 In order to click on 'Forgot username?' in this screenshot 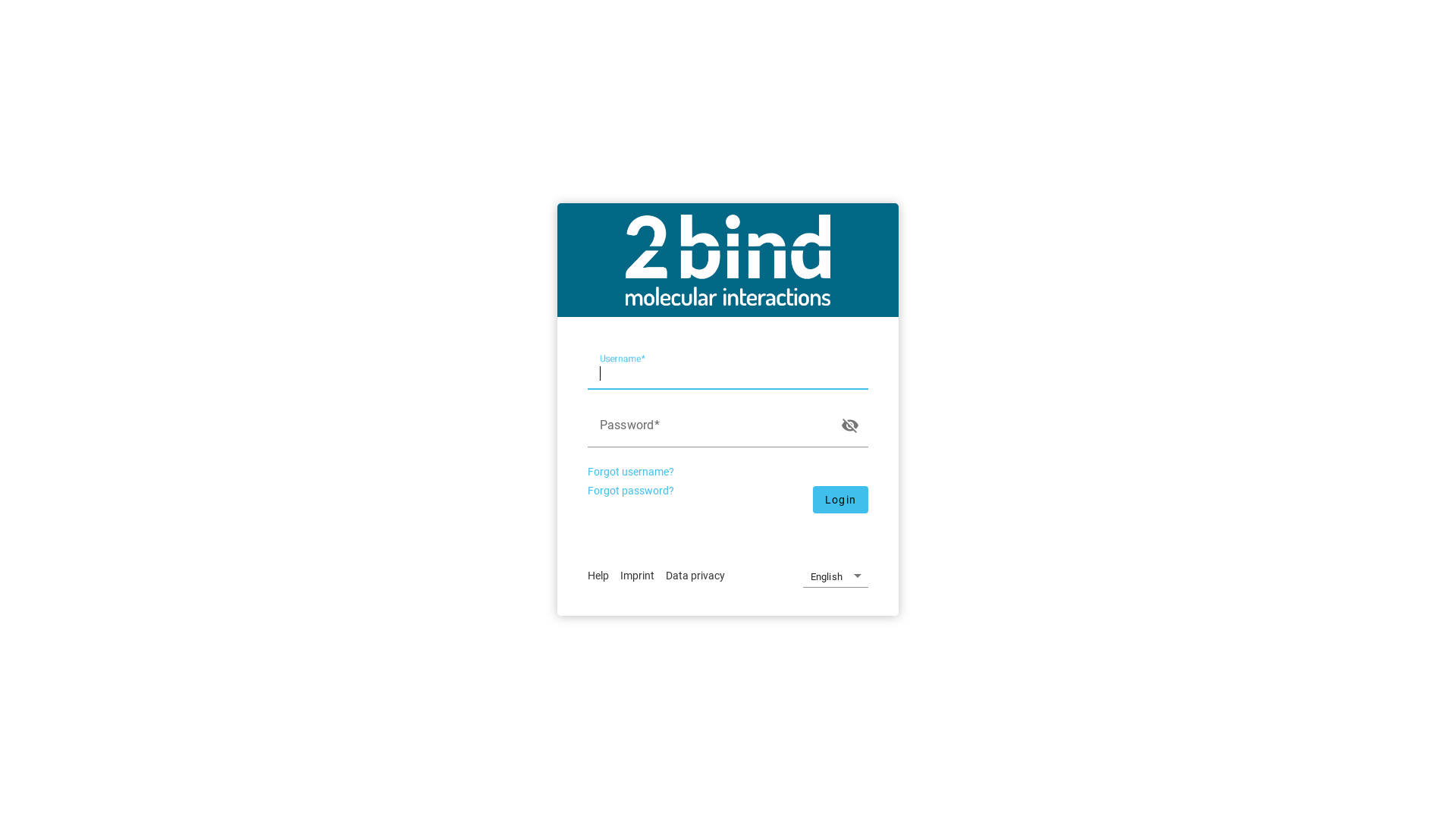, I will do `click(633, 471)`.